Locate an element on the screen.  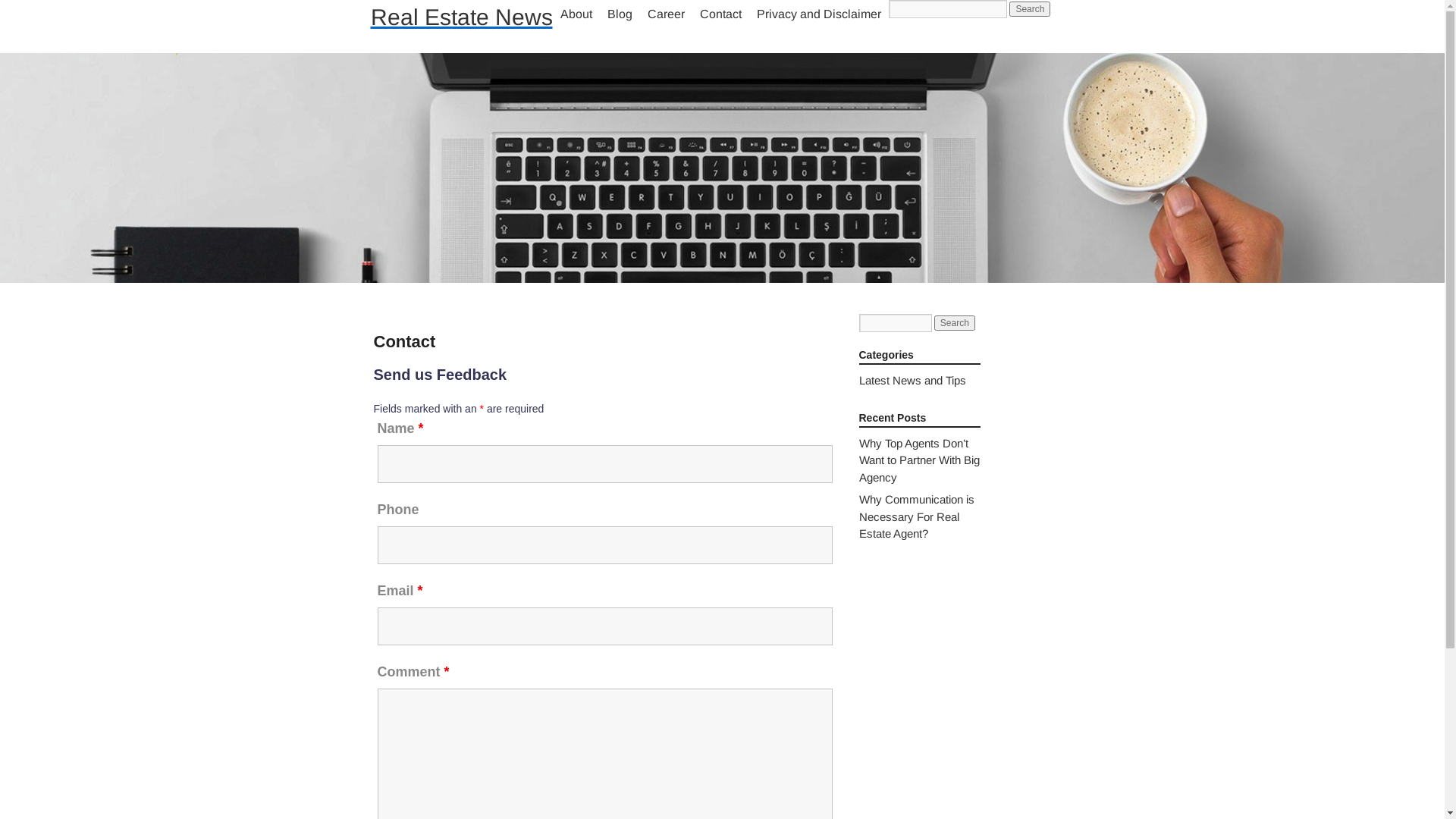
'Search' is located at coordinates (953, 322).